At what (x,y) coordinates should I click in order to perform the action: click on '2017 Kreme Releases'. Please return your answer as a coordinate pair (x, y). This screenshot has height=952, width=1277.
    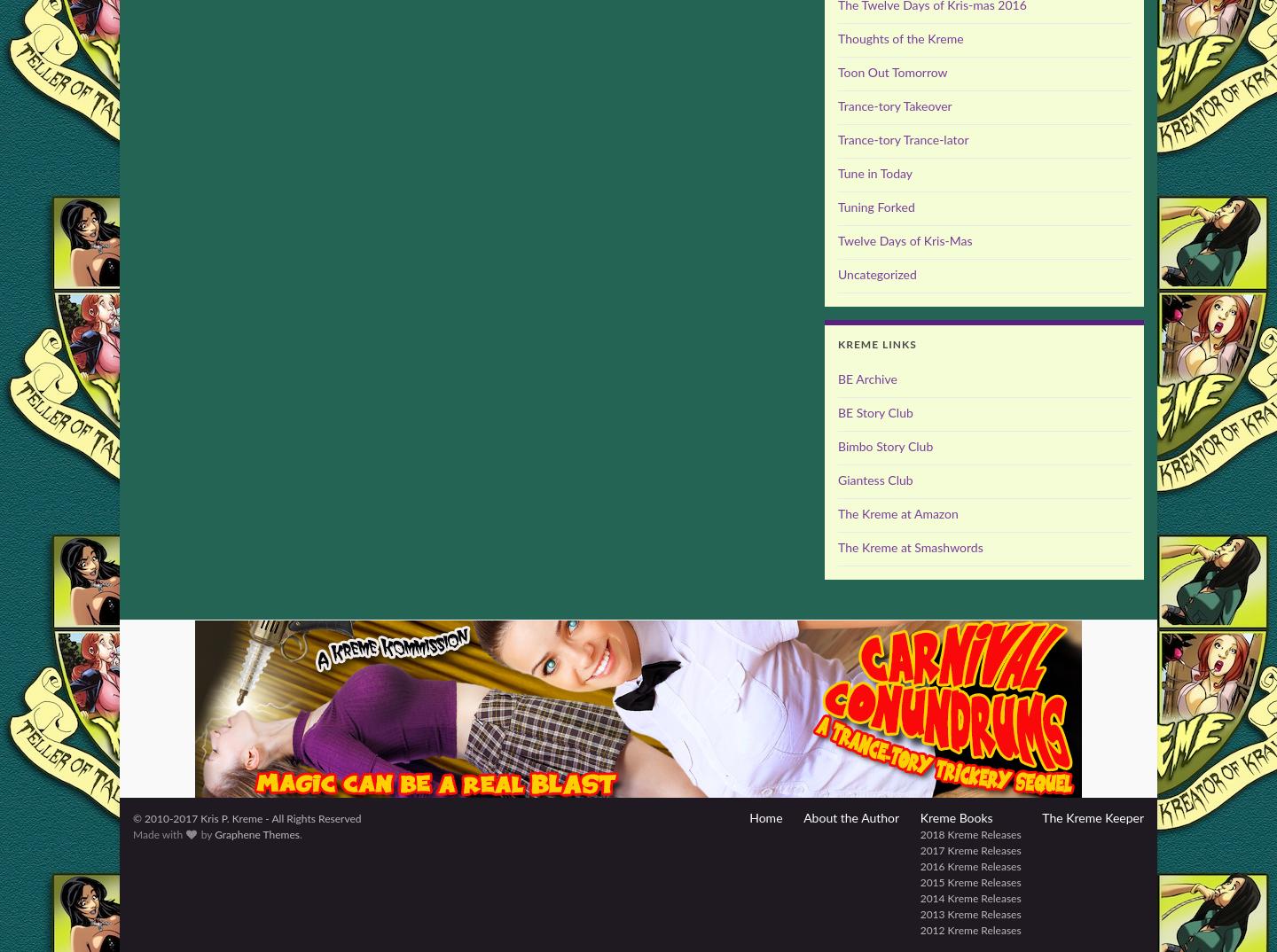
    Looking at the image, I should click on (968, 851).